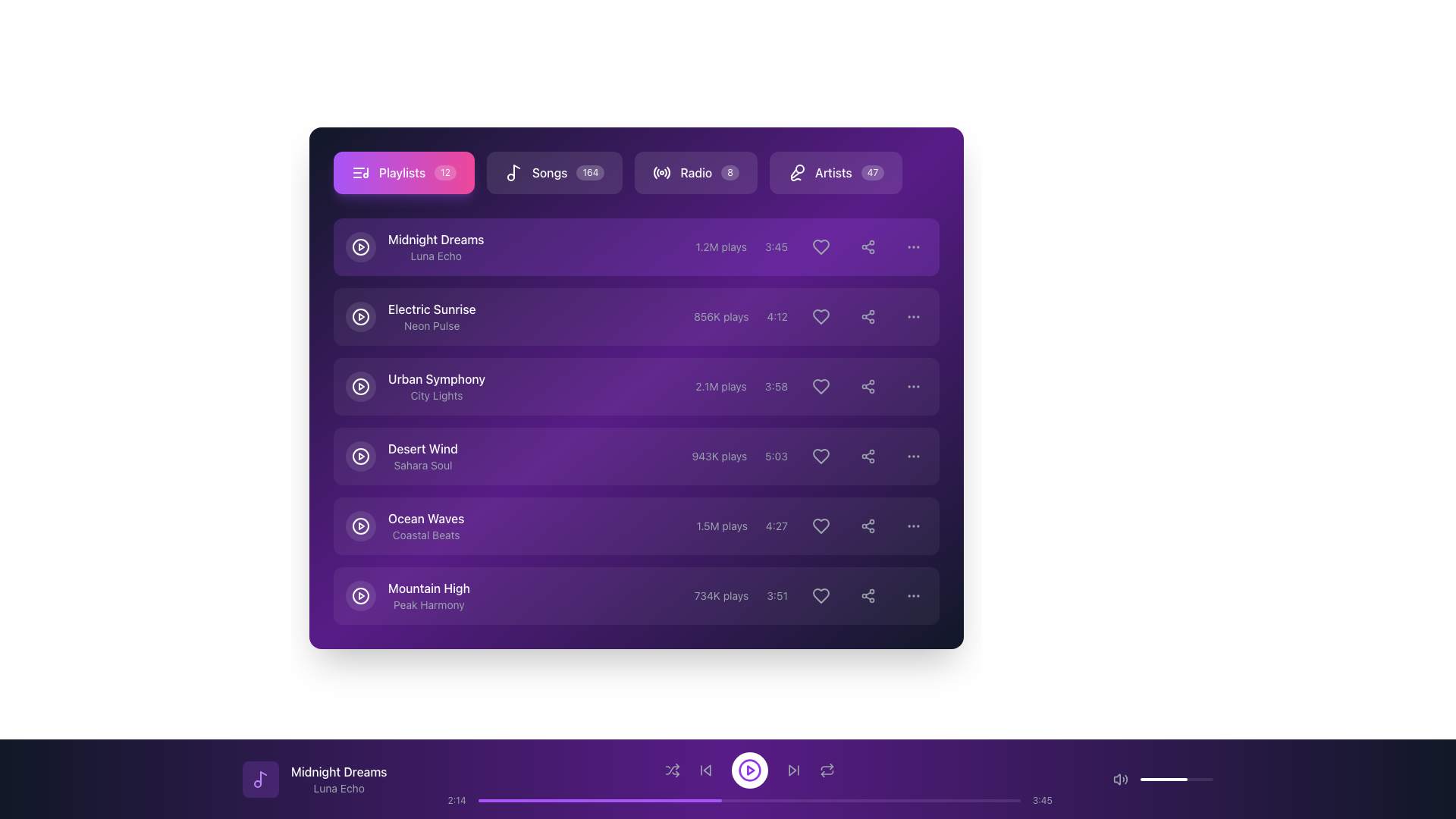  What do you see at coordinates (796, 171) in the screenshot?
I see `the 'Artists' category icon located at the top-right corner of the interface` at bounding box center [796, 171].